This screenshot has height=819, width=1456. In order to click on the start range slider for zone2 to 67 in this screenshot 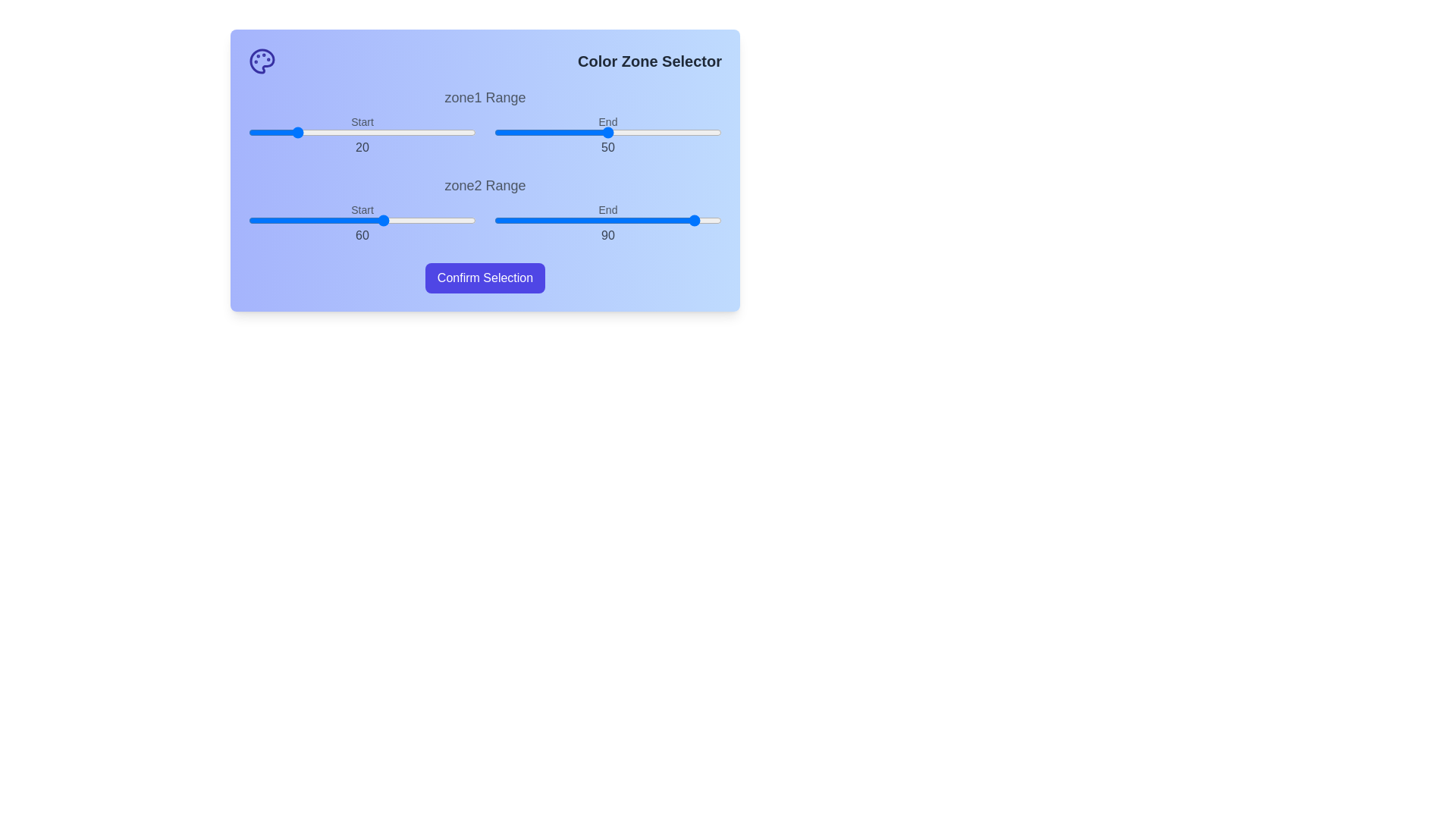, I will do `click(400, 220)`.